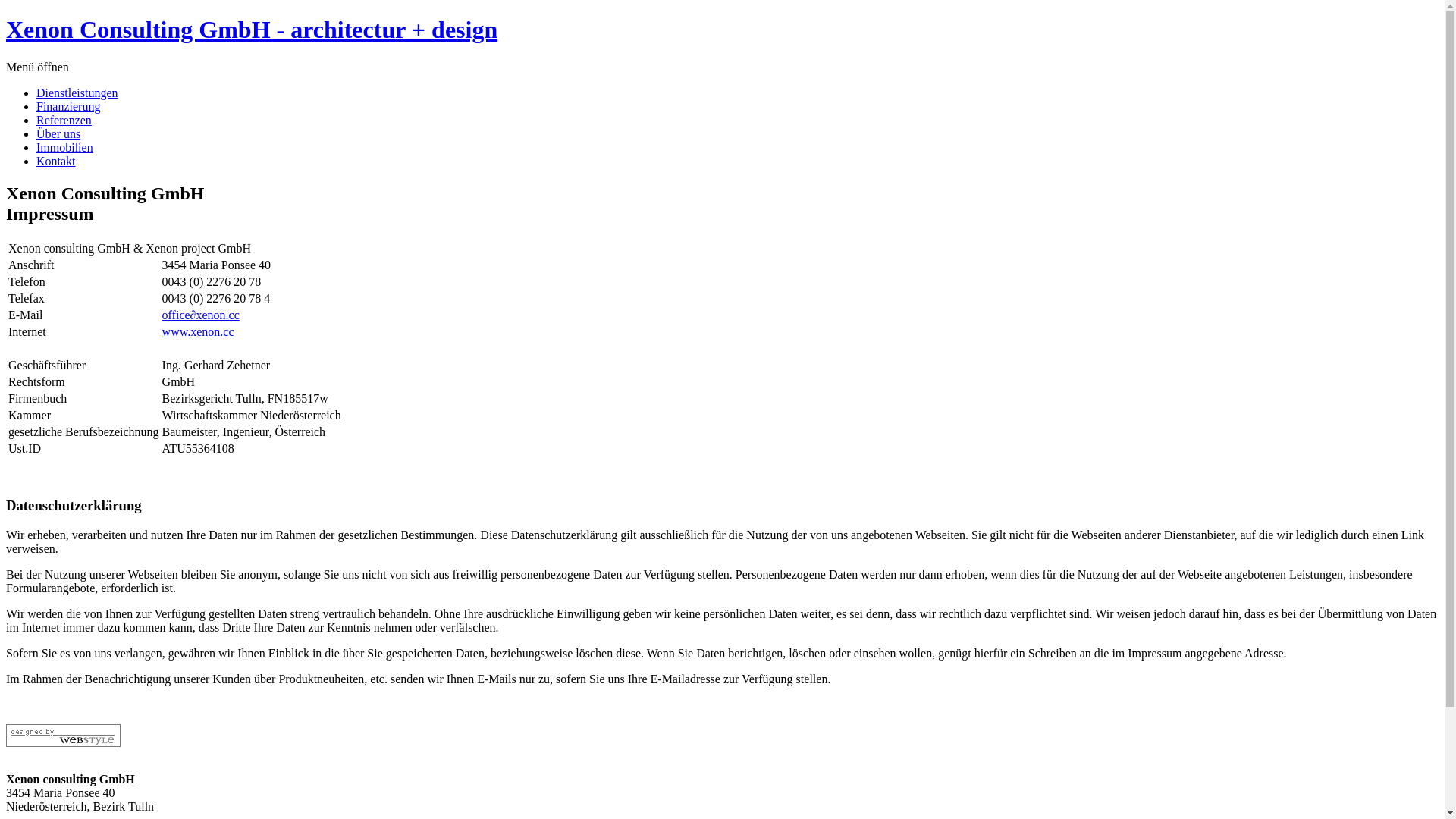 The height and width of the screenshot is (819, 1456). Describe the element at coordinates (197, 331) in the screenshot. I see `'www.xenon.cc'` at that location.